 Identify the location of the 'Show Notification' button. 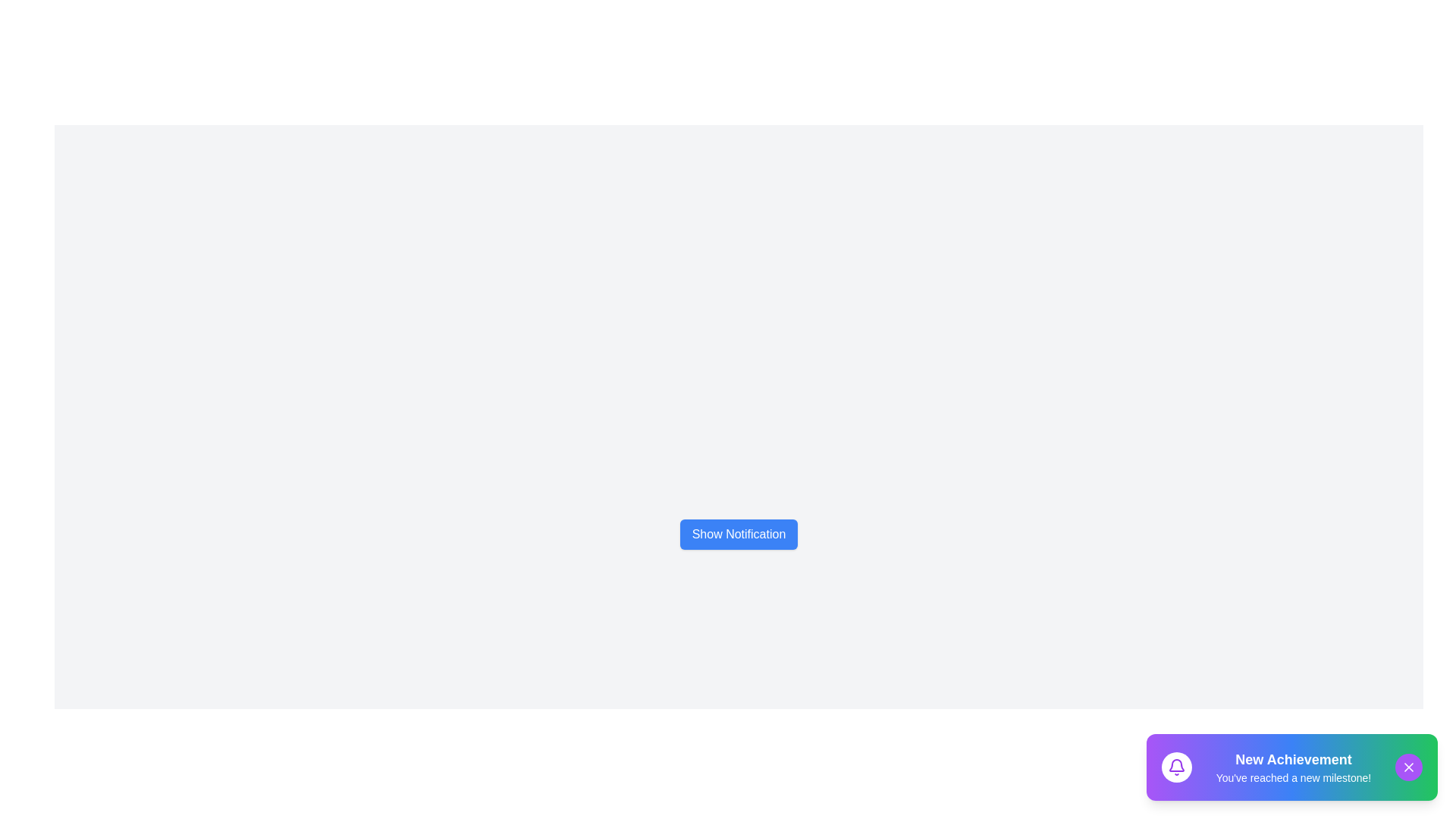
(739, 534).